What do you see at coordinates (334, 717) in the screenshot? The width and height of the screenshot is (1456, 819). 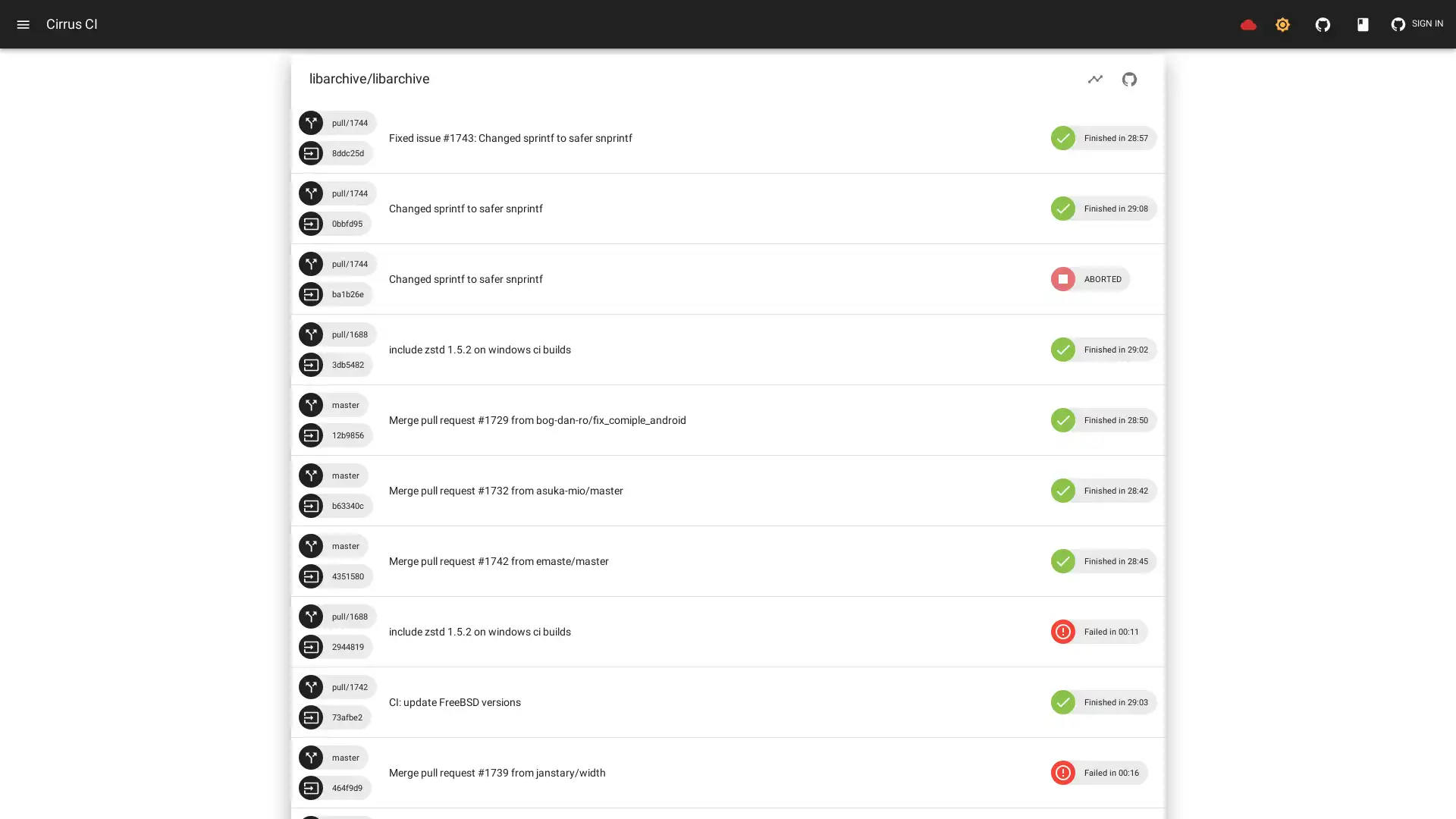 I see `73afbe2` at bounding box center [334, 717].